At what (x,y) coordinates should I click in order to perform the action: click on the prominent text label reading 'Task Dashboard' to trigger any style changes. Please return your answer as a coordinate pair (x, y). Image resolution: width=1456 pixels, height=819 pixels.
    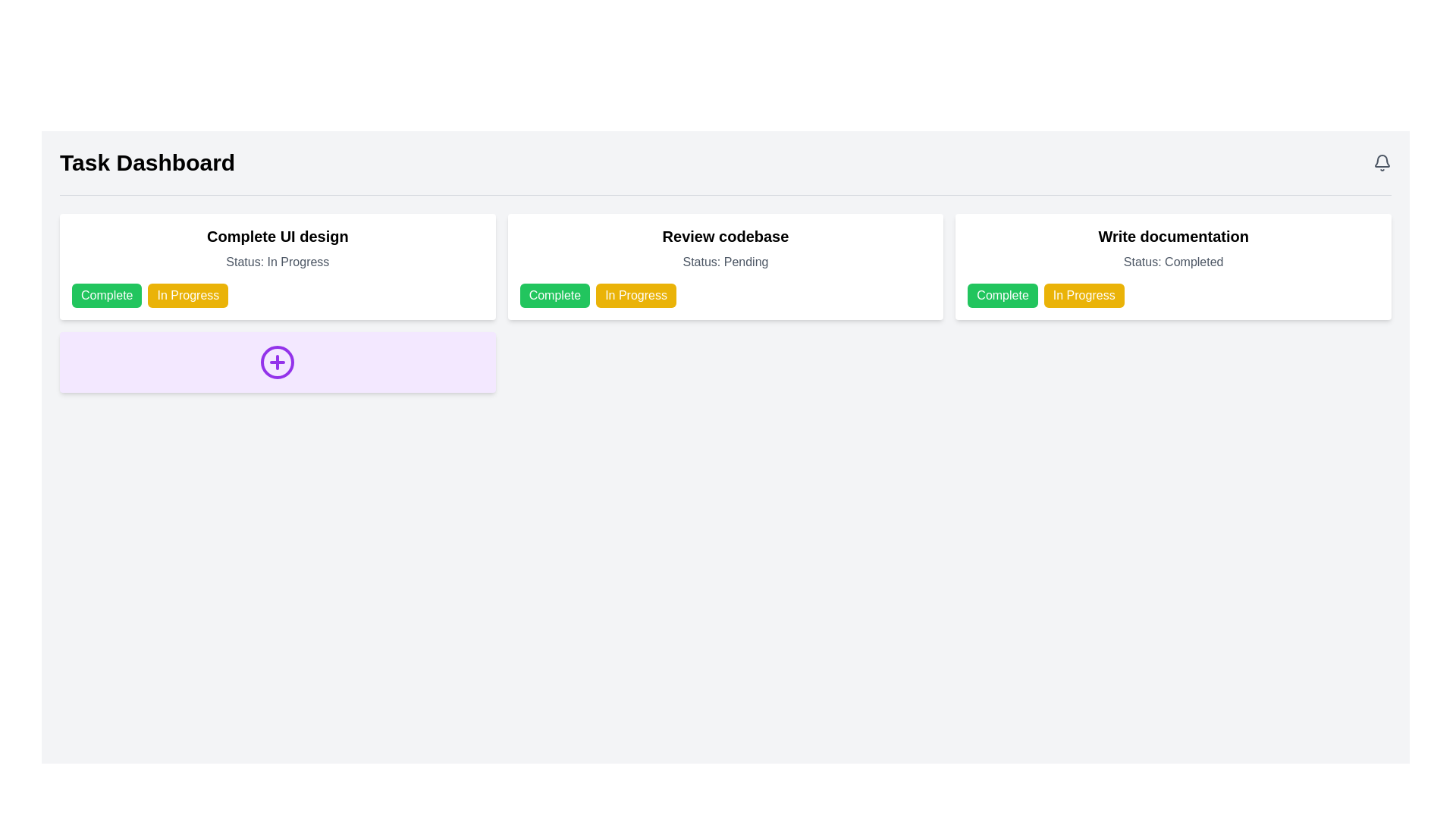
    Looking at the image, I should click on (147, 163).